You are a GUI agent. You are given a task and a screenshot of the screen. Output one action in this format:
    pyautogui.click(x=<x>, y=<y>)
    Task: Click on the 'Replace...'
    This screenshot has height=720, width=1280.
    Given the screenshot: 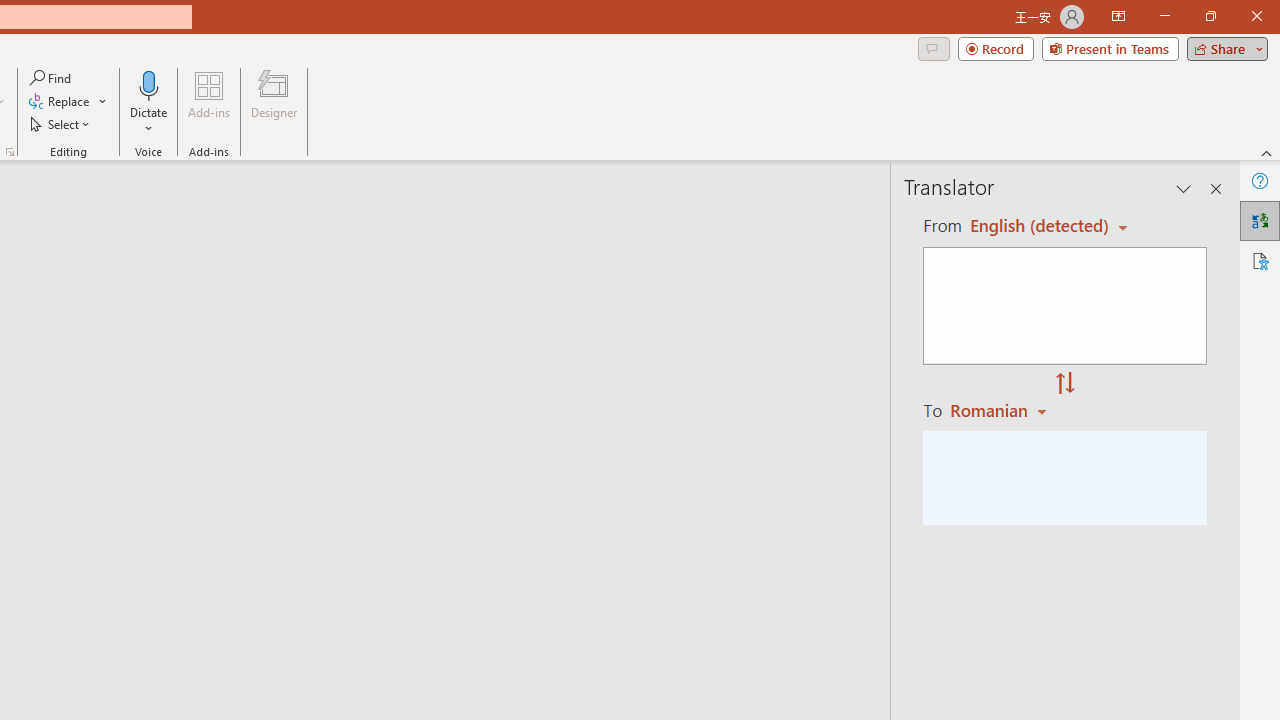 What is the action you would take?
    pyautogui.click(x=69, y=101)
    